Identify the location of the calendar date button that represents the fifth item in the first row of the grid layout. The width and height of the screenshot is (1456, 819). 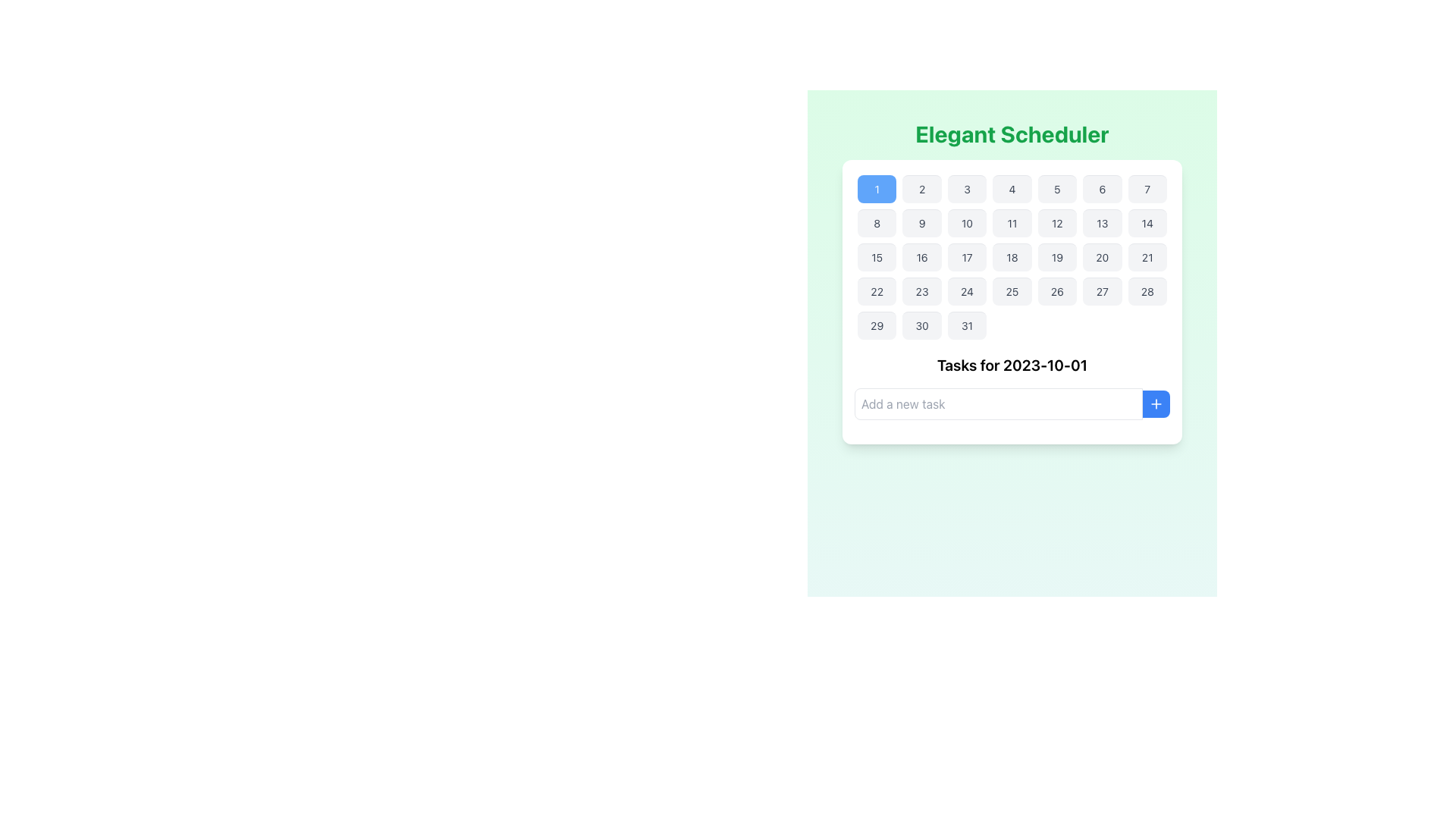
(1056, 188).